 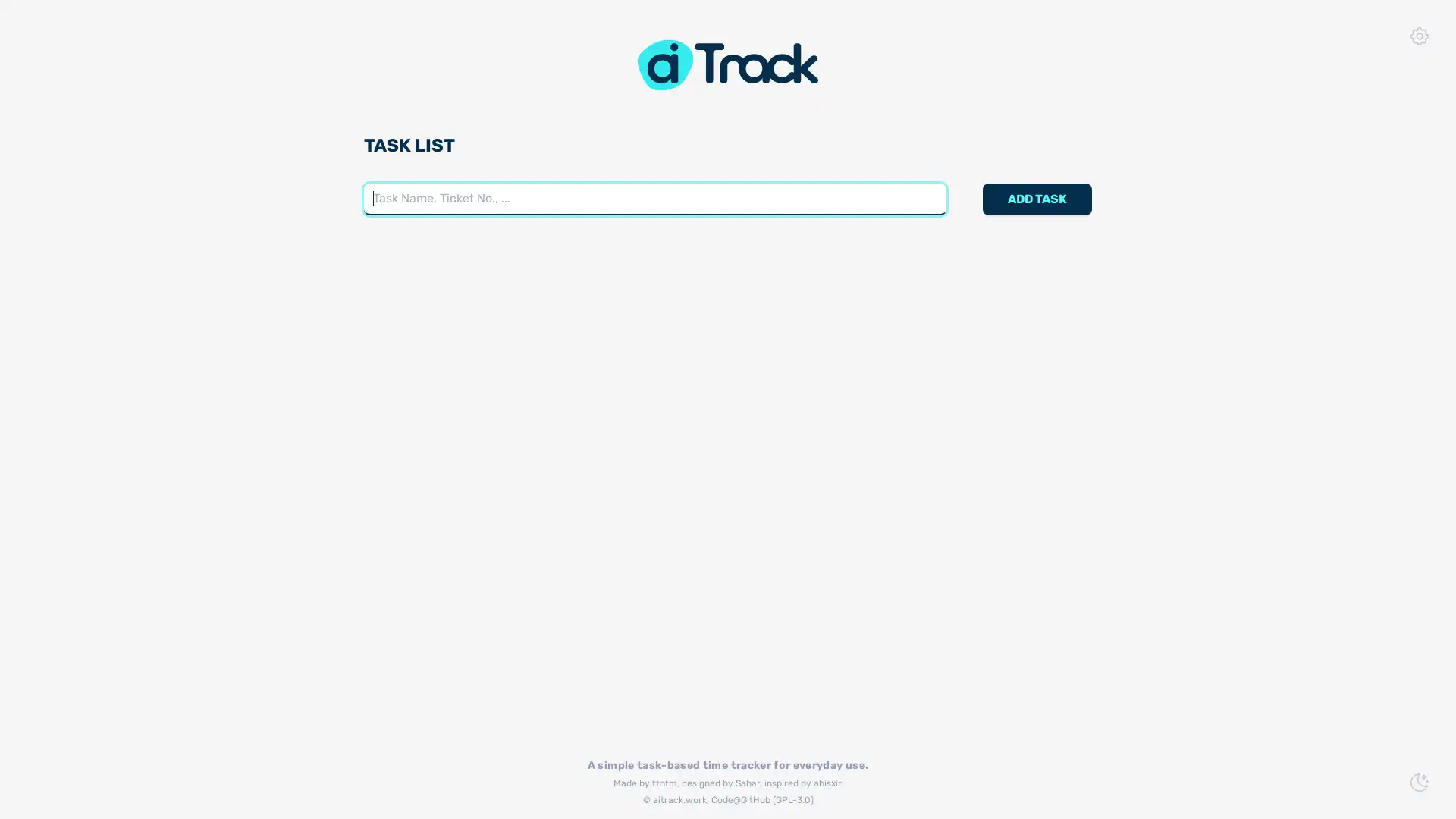 I want to click on App Settings, so click(x=1419, y=35).